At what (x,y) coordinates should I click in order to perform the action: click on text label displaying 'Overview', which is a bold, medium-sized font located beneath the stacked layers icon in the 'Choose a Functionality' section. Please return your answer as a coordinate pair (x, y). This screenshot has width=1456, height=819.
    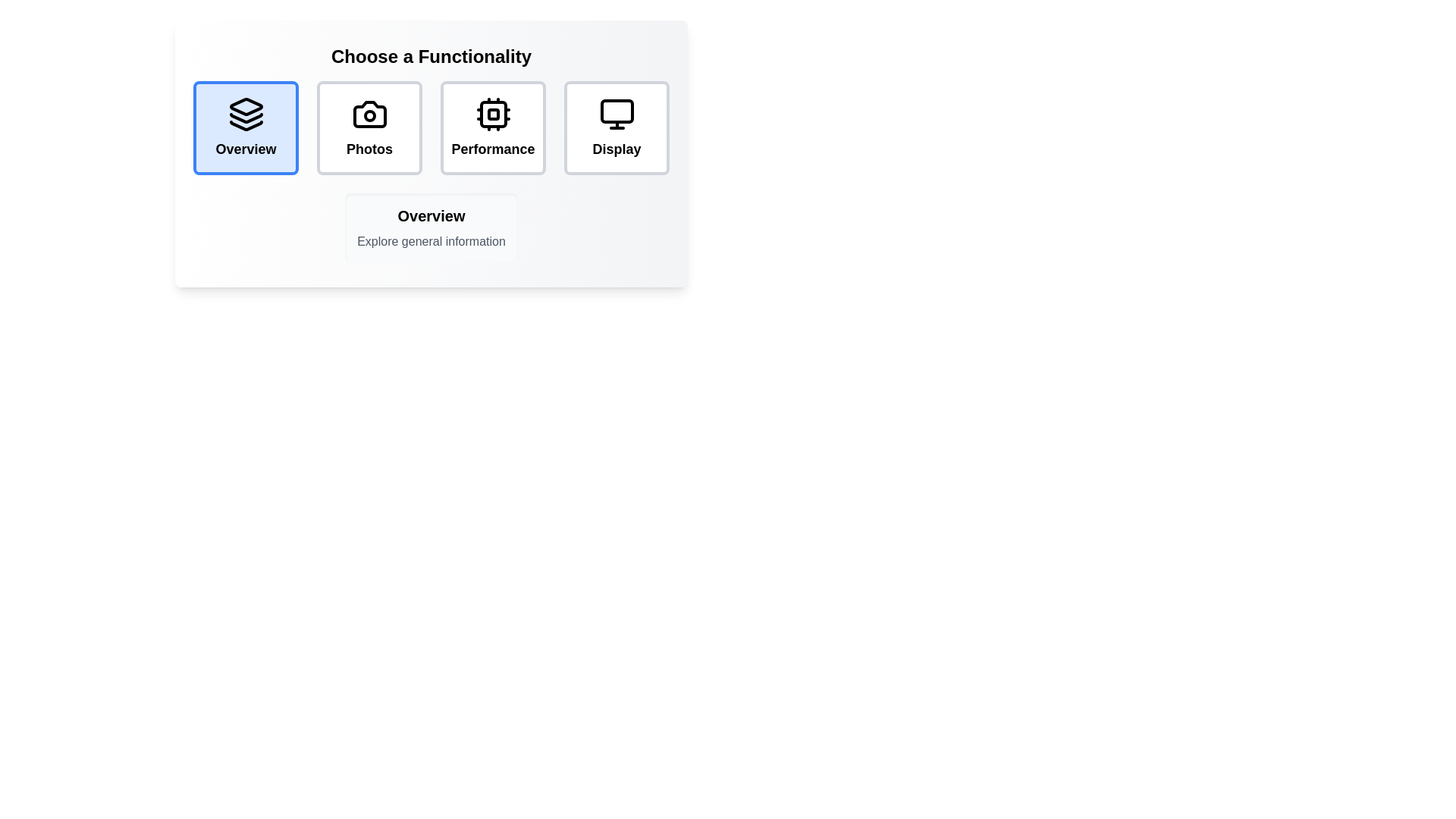
    Looking at the image, I should click on (246, 149).